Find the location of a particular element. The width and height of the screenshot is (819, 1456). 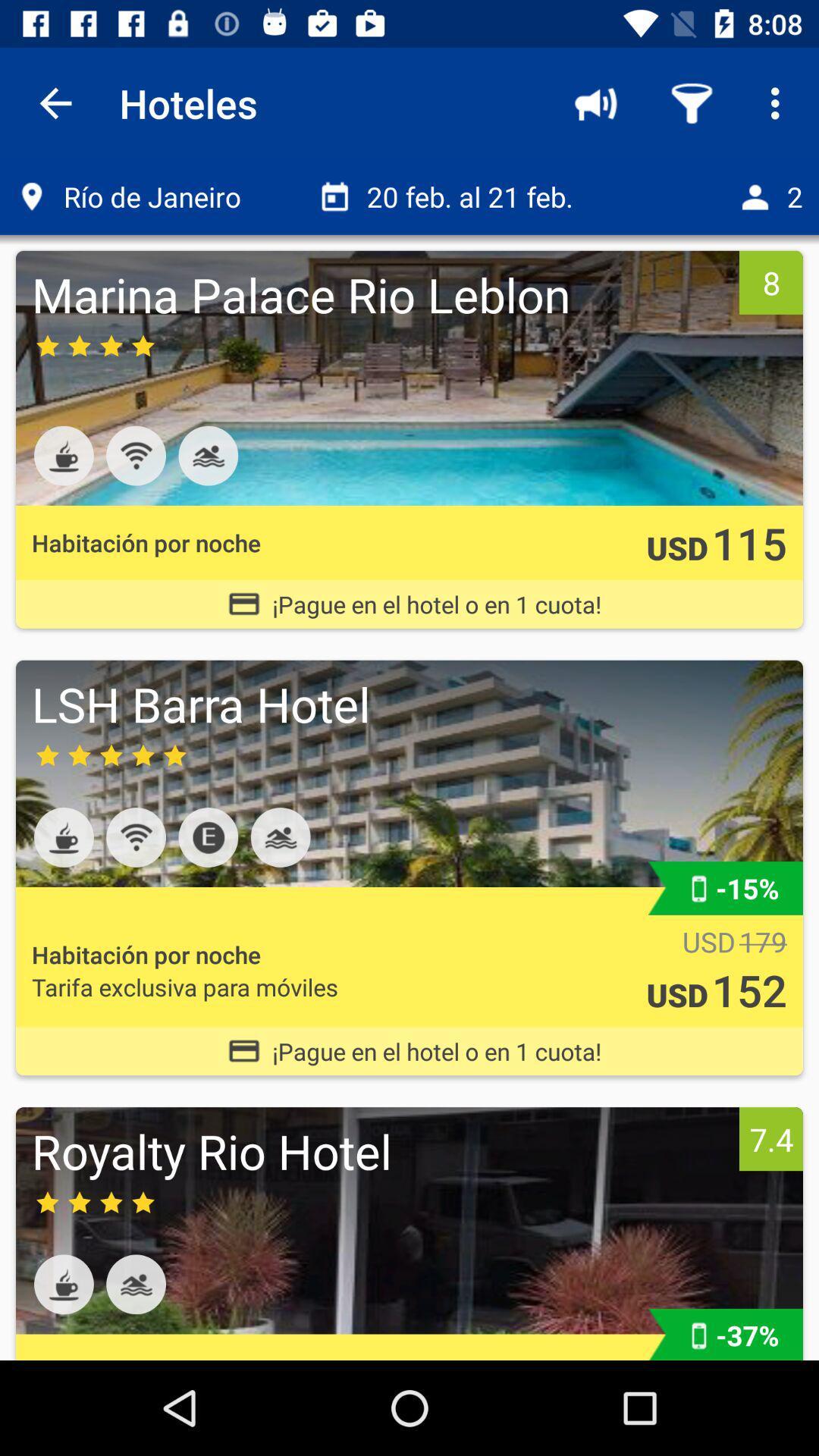

the app next to hoteles app is located at coordinates (55, 102).